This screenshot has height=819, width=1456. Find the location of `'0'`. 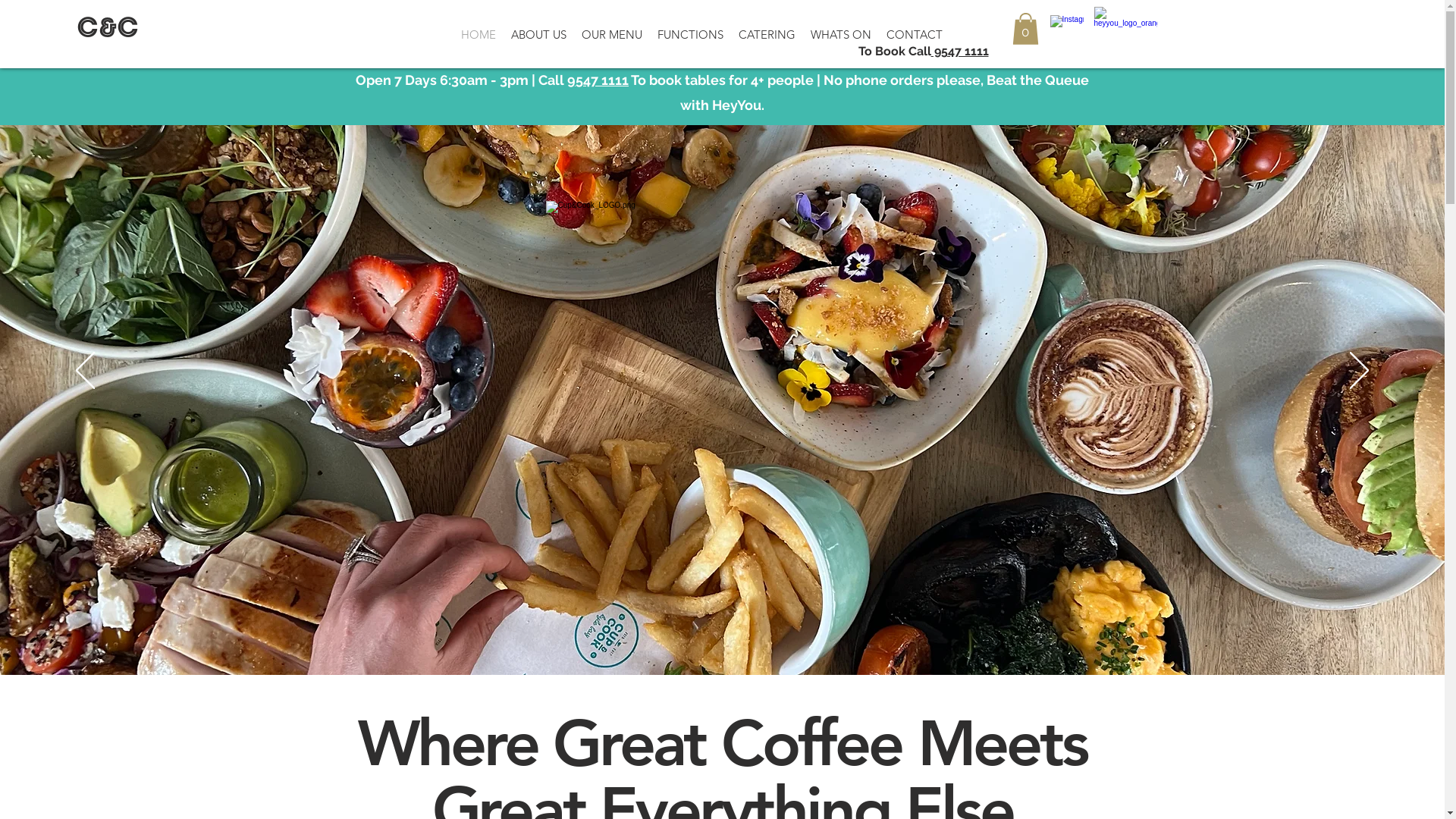

'0' is located at coordinates (1025, 29).